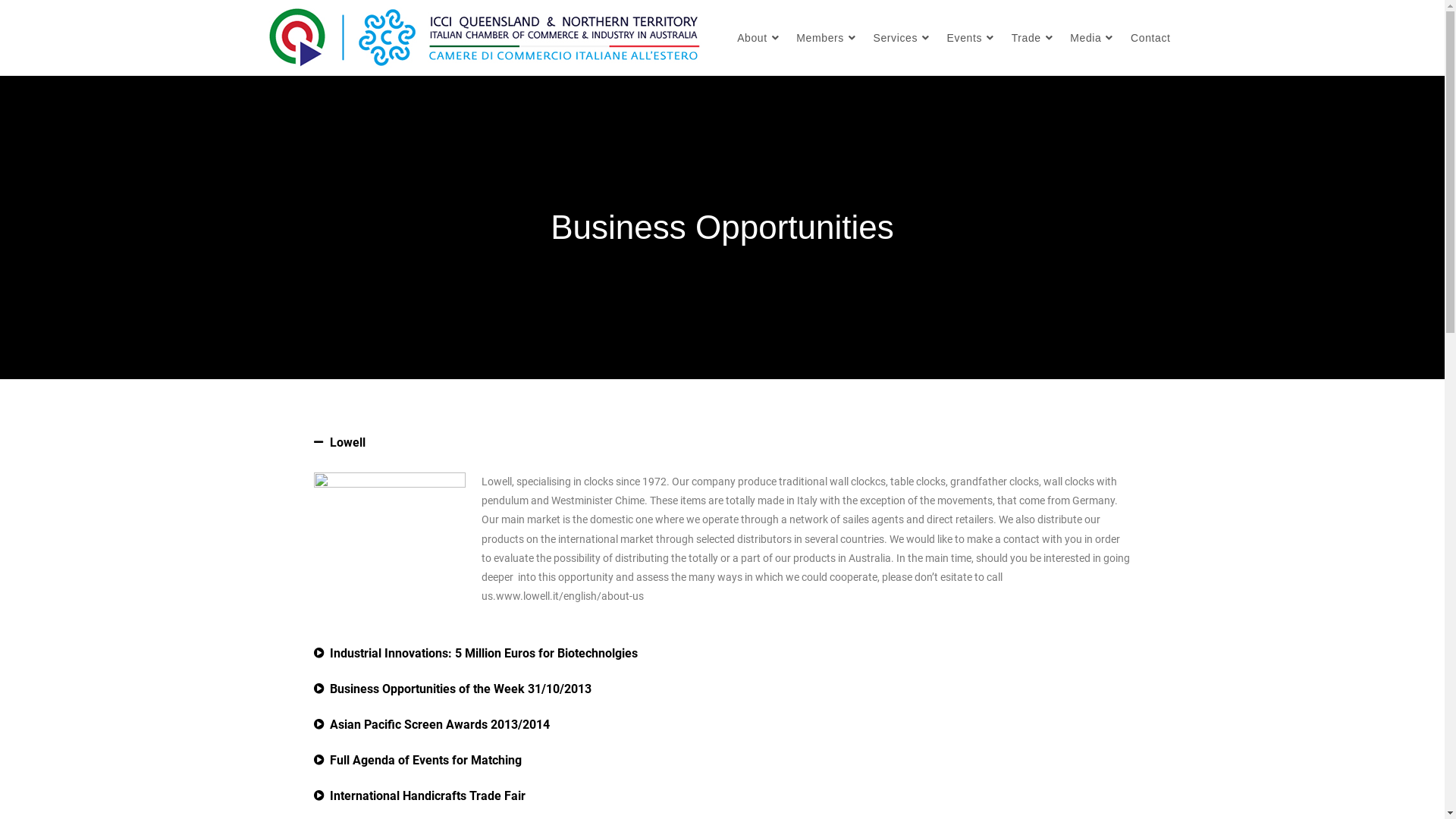 The image size is (1456, 819). Describe the element at coordinates (1150, 37) in the screenshot. I see `'Contact'` at that location.